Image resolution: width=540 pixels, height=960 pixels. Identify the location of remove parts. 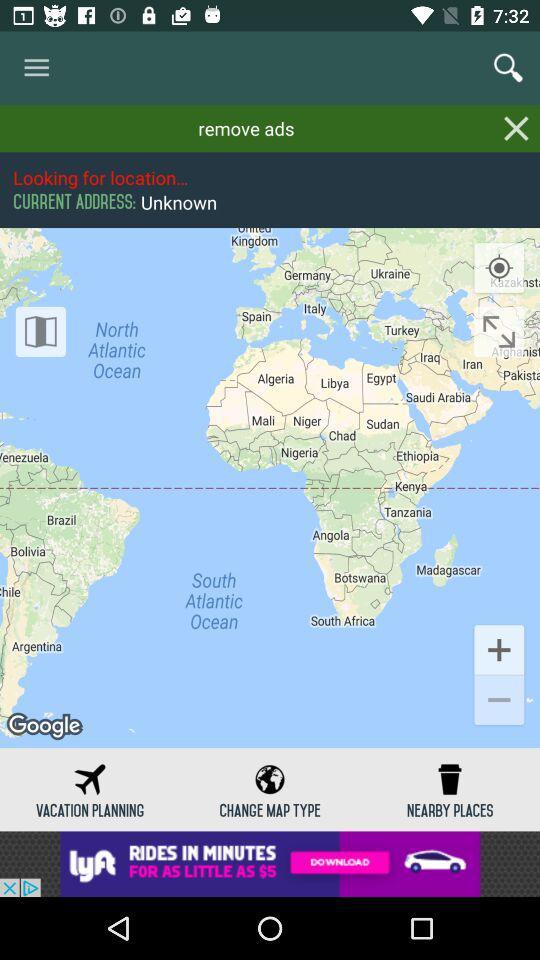
(516, 127).